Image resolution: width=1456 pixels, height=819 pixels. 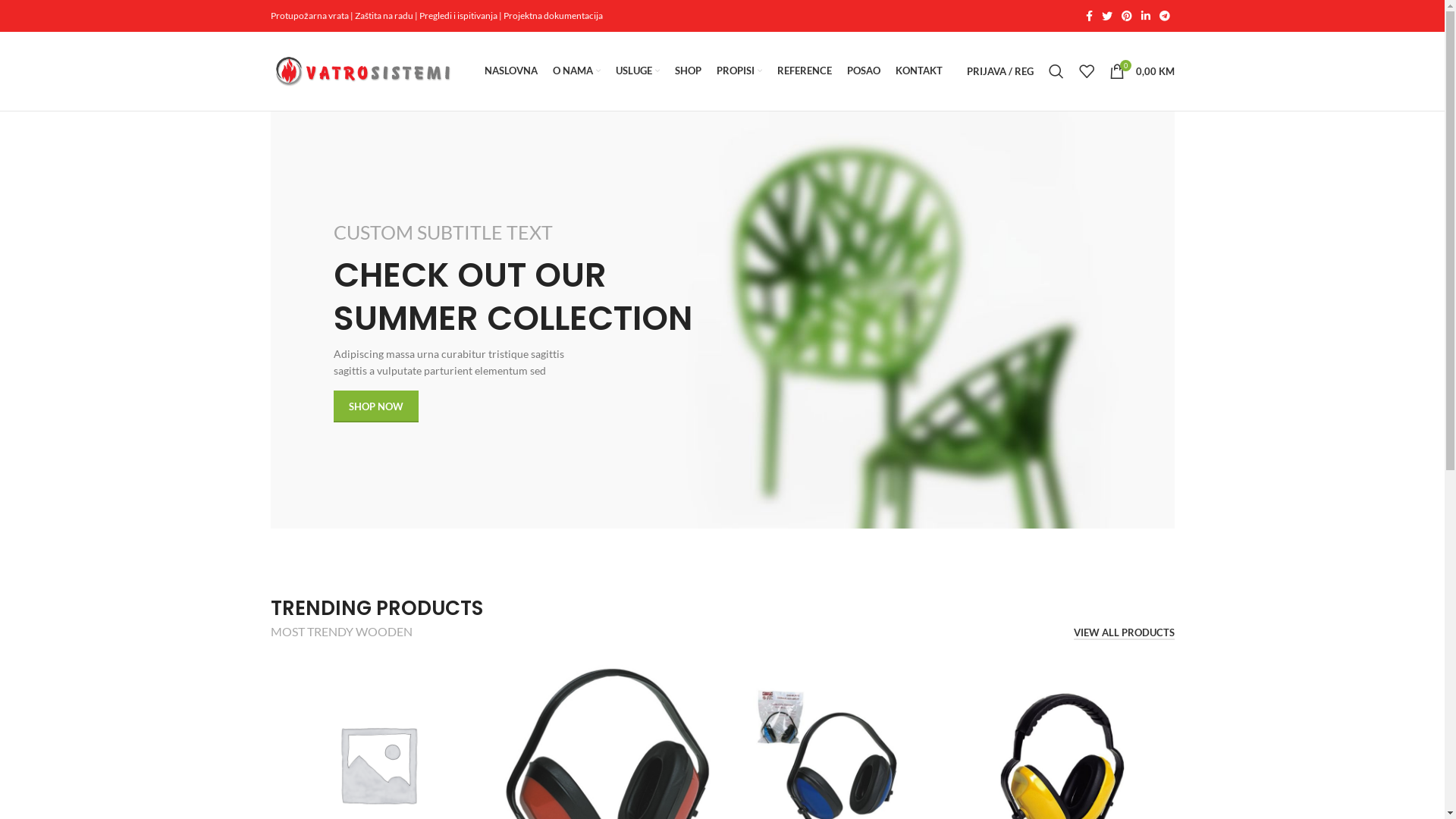 I want to click on 'PROPISI', so click(x=715, y=71).